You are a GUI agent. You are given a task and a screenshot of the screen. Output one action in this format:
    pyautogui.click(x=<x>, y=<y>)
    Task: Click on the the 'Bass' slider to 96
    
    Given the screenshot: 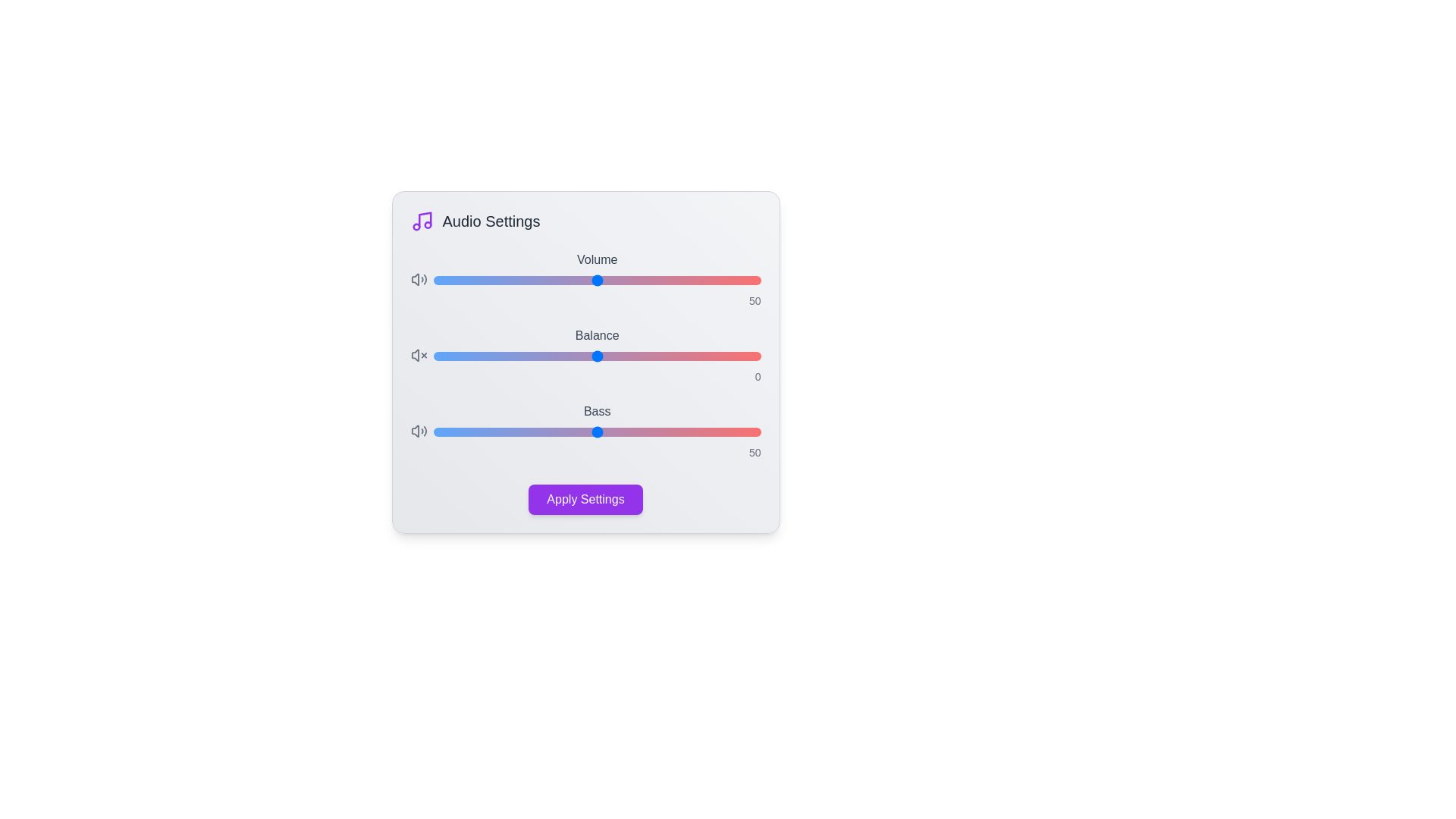 What is the action you would take?
    pyautogui.click(x=748, y=432)
    